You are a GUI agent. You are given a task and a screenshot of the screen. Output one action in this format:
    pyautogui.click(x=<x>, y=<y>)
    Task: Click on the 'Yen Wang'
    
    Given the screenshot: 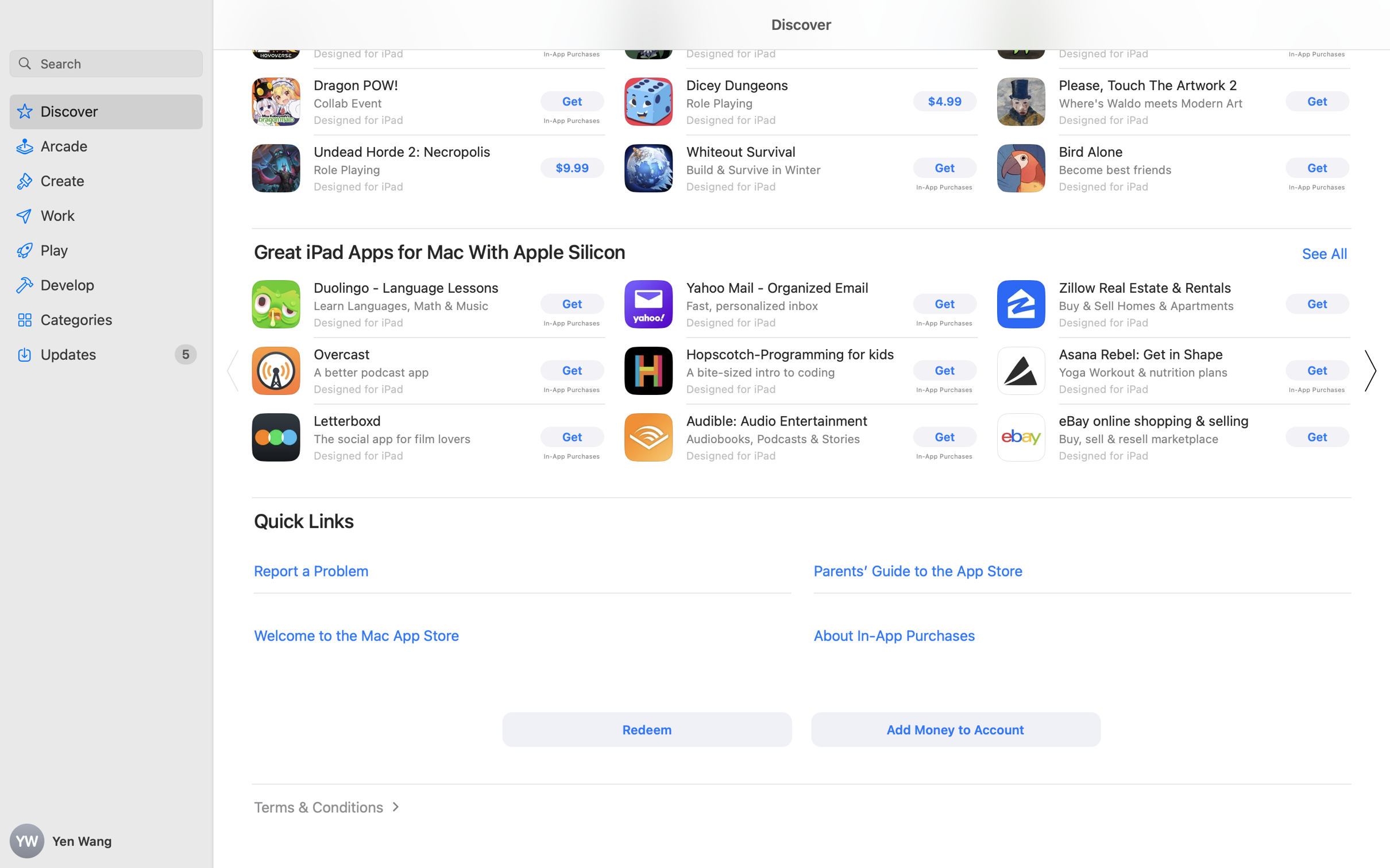 What is the action you would take?
    pyautogui.click(x=106, y=841)
    